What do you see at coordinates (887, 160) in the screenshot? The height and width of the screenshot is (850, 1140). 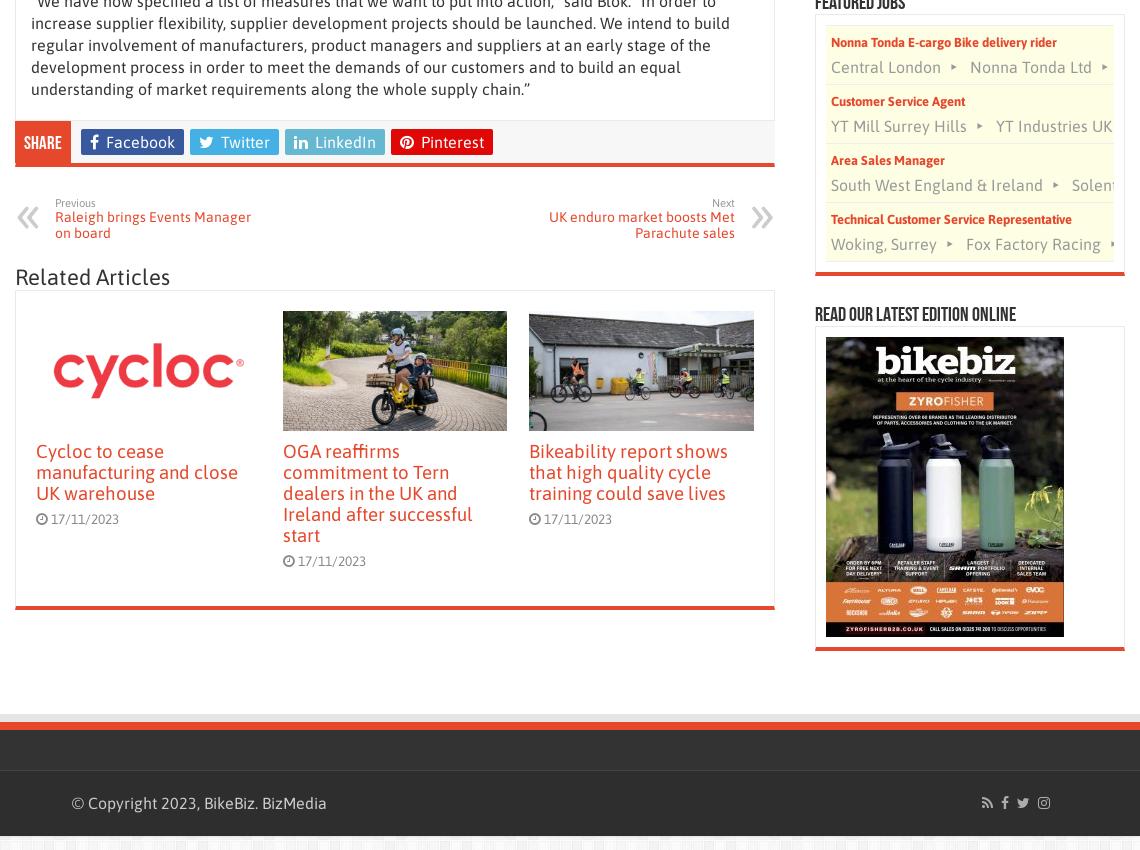 I see `'Area Sales Manager'` at bounding box center [887, 160].